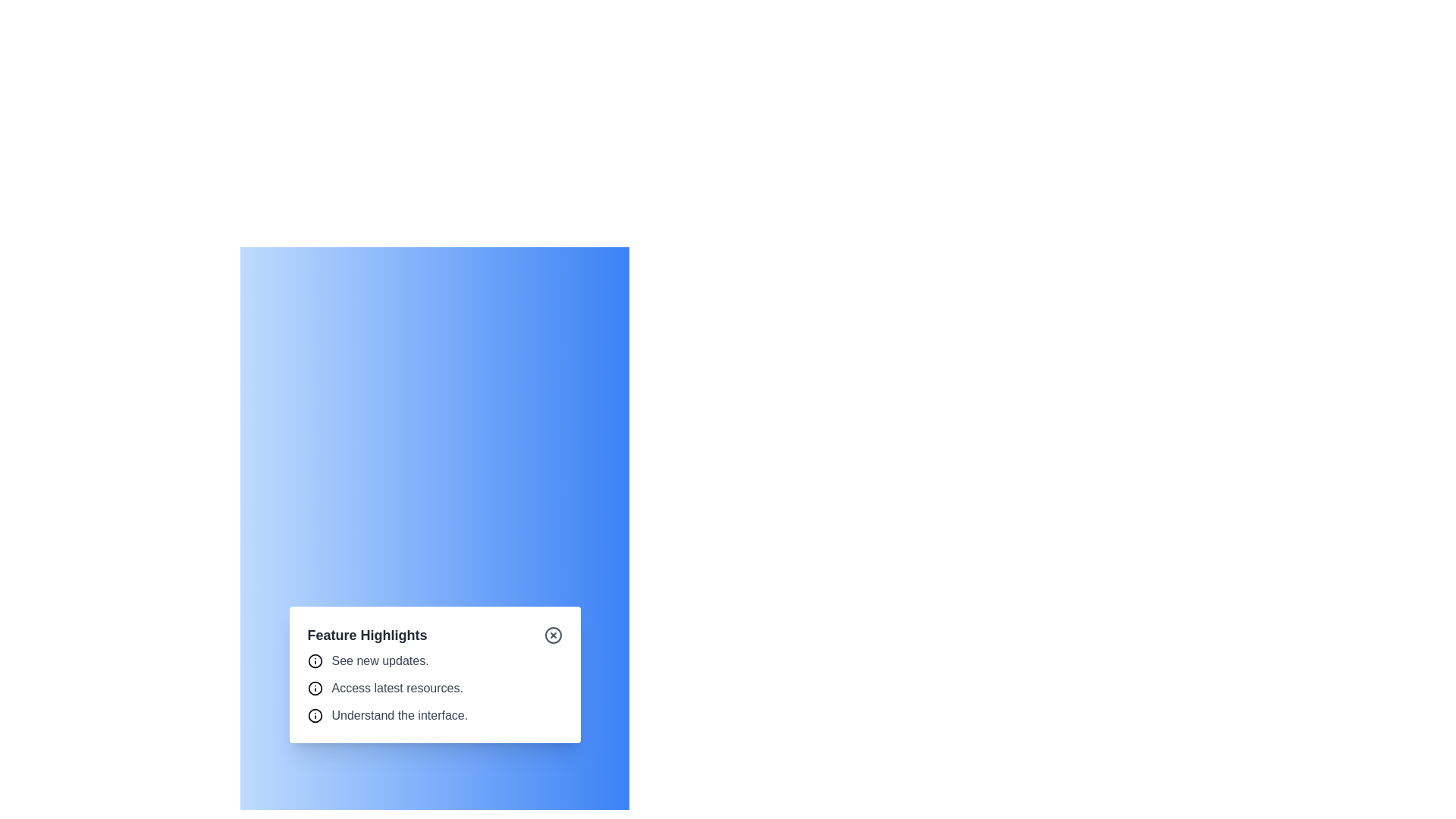 The image size is (1456, 819). Describe the element at coordinates (314, 716) in the screenshot. I see `the dark circular information icon located to the left of the text 'Understand the interface.' in the 'Feature Highlights' modal` at that location.